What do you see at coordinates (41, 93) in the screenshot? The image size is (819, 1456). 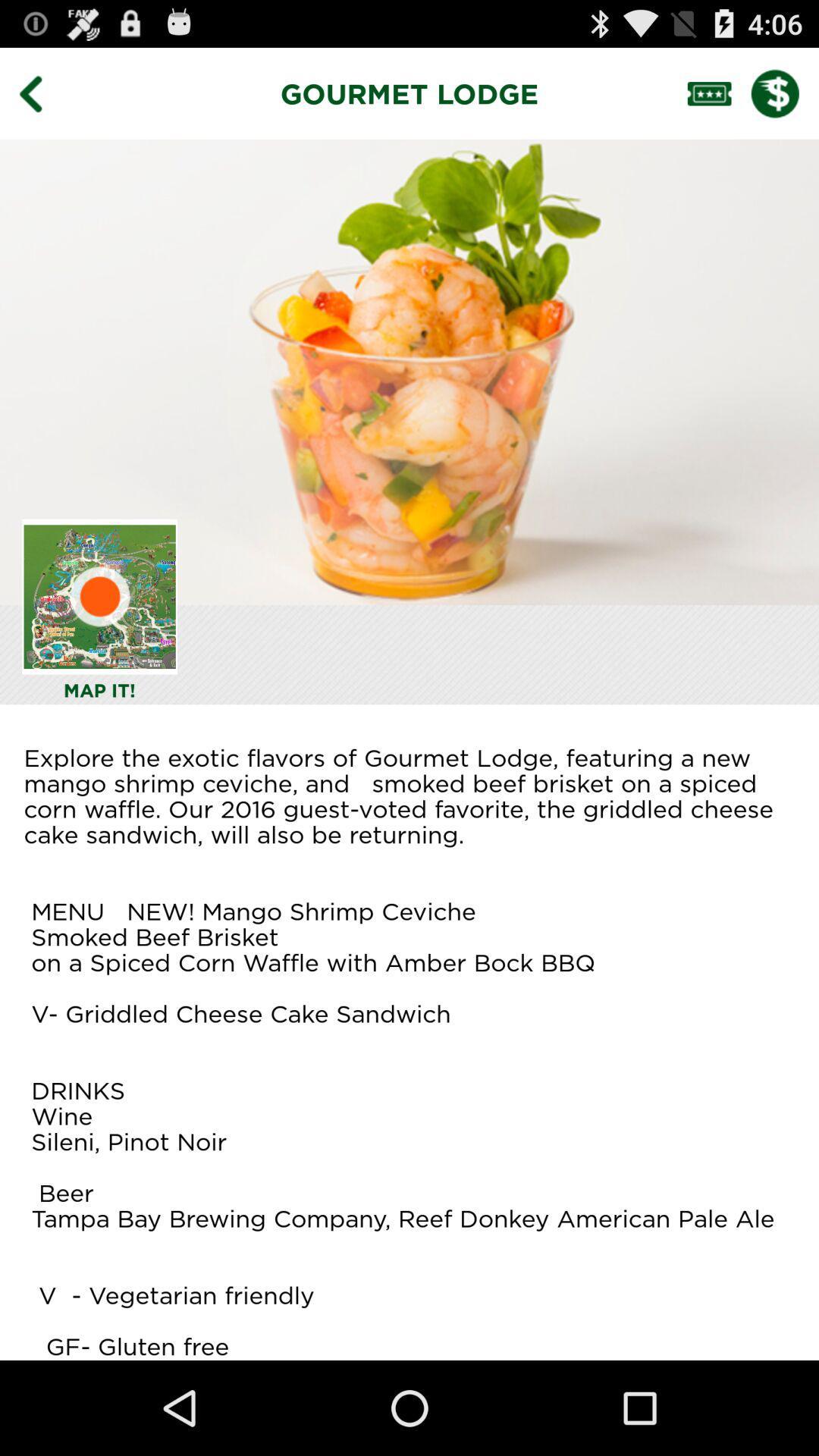 I see `previous page` at bounding box center [41, 93].